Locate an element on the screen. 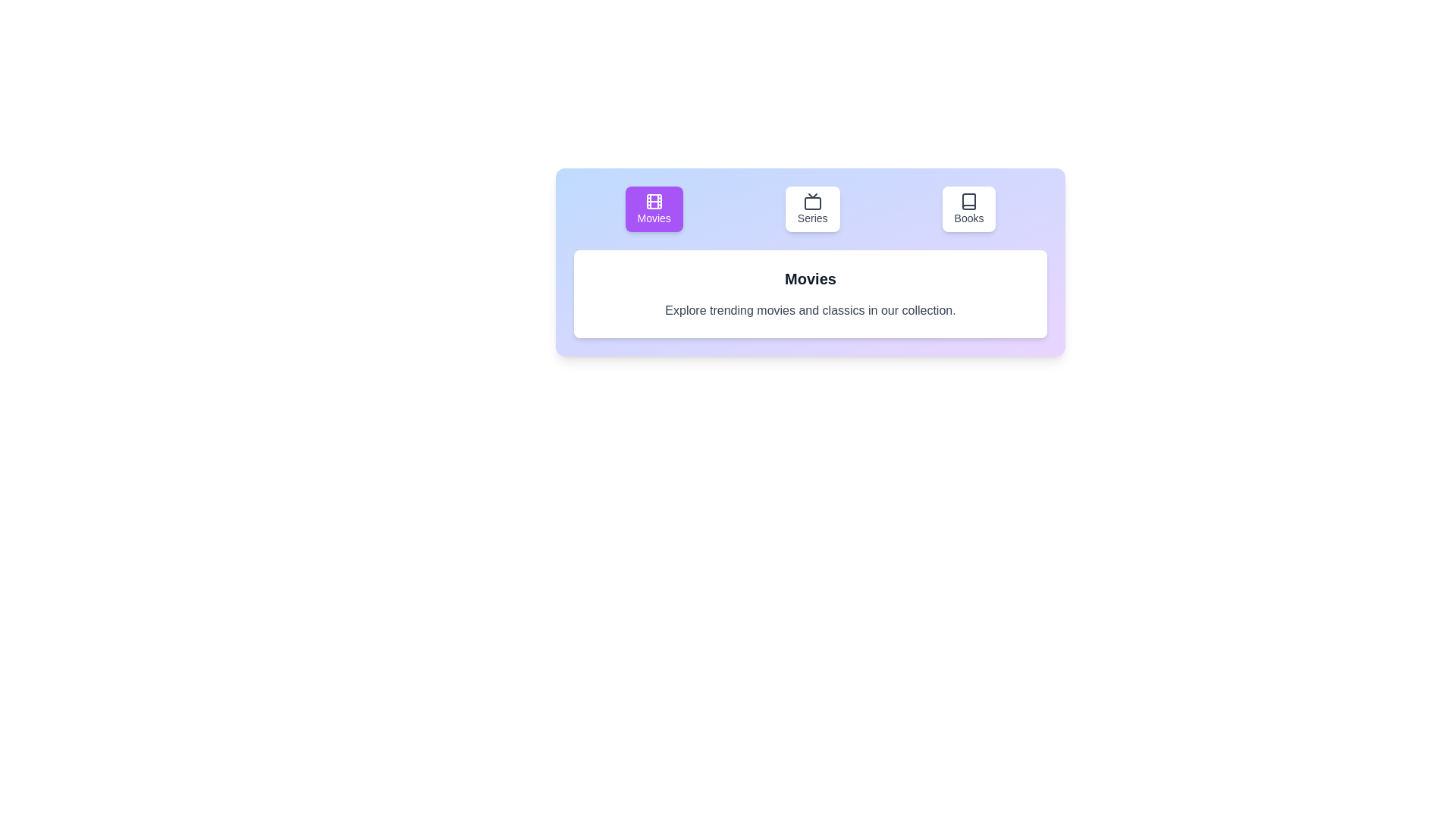 This screenshot has width=1456, height=819. the Series tab by clicking on its button is located at coordinates (811, 209).